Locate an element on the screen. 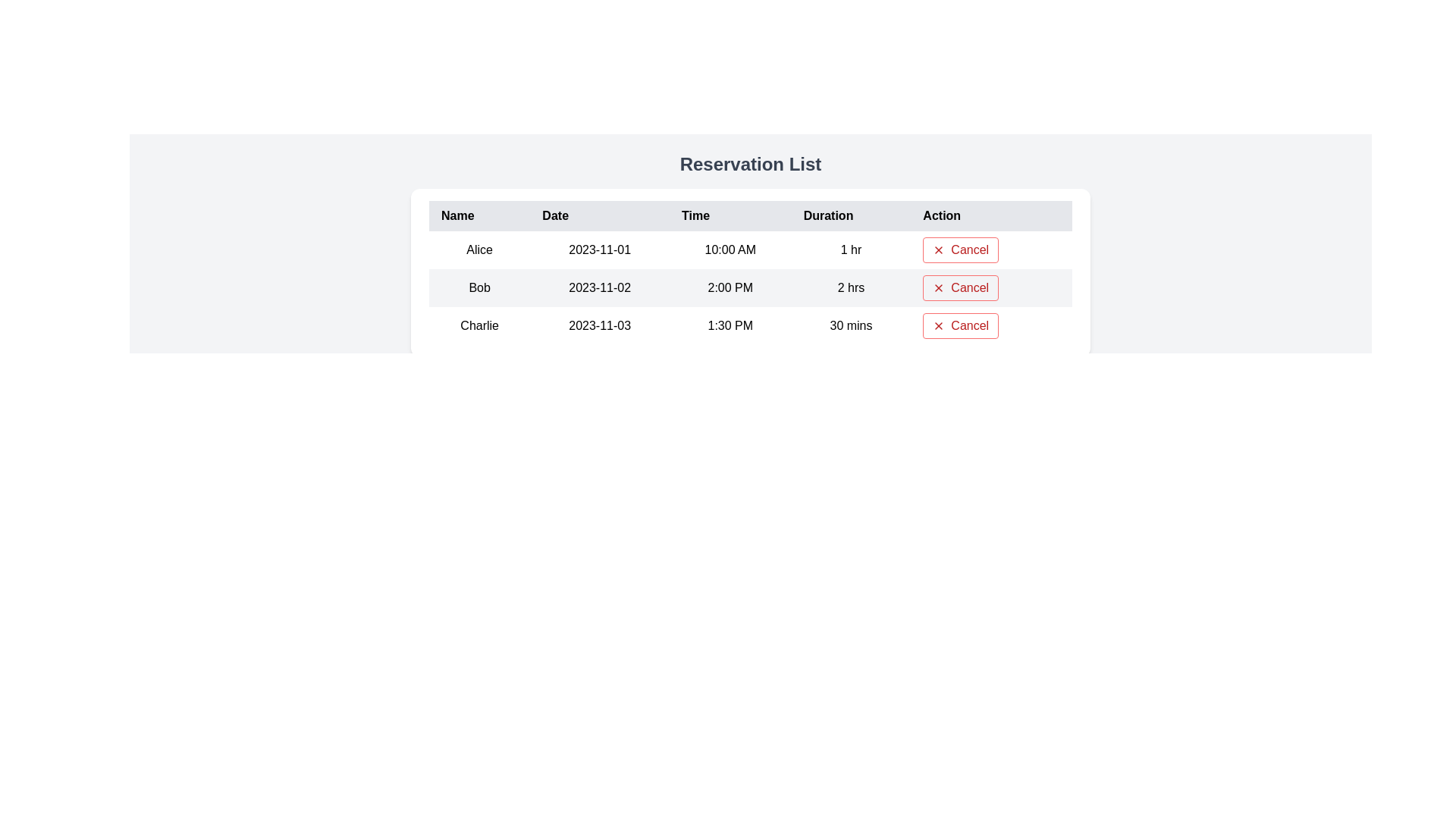 The width and height of the screenshot is (1456, 819). the static text displaying the time value for the reservation of user 'Alice' in the 'Time' column of the 'Reservation List' table is located at coordinates (730, 249).